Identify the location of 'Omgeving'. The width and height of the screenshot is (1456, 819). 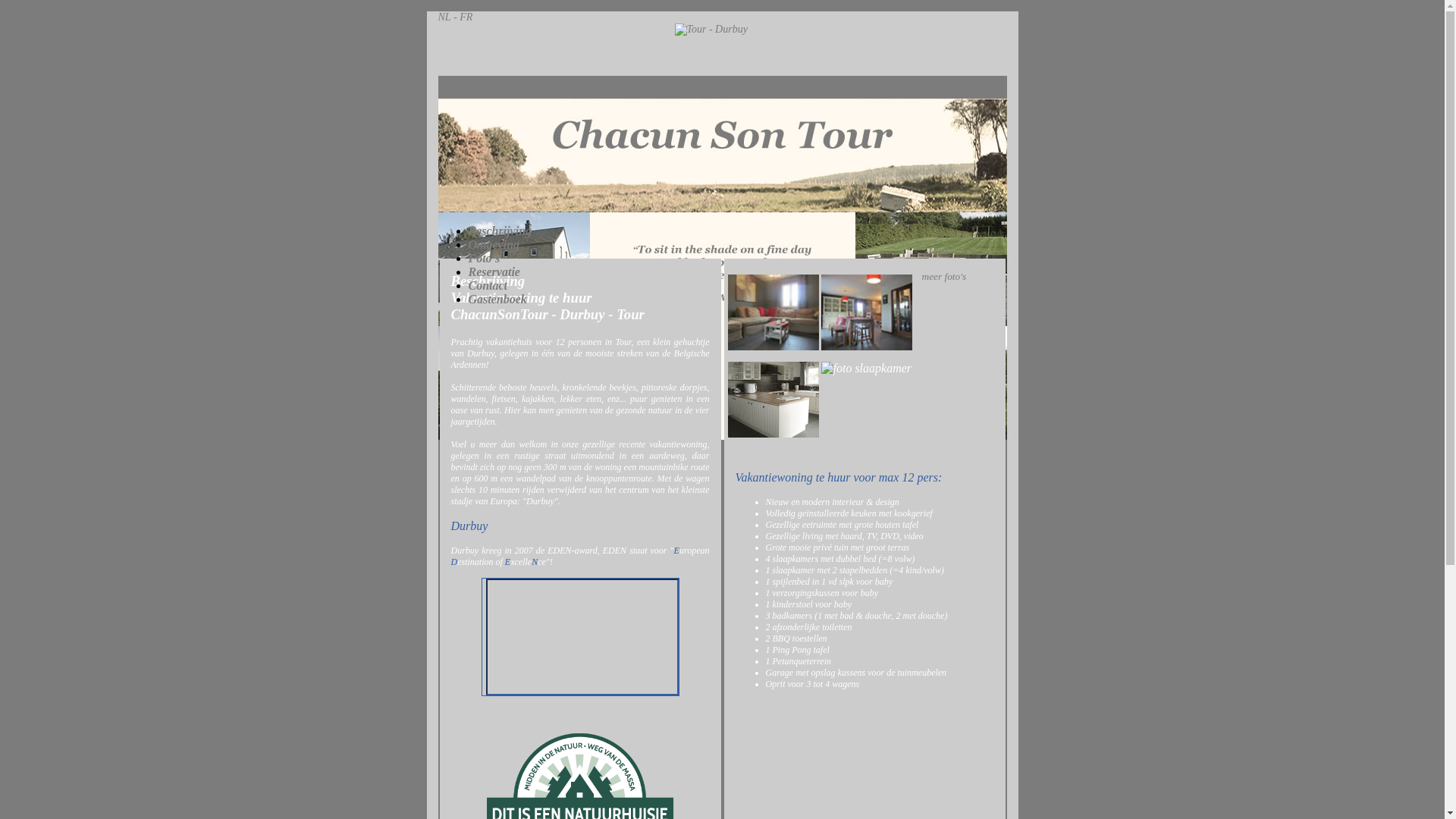
(494, 243).